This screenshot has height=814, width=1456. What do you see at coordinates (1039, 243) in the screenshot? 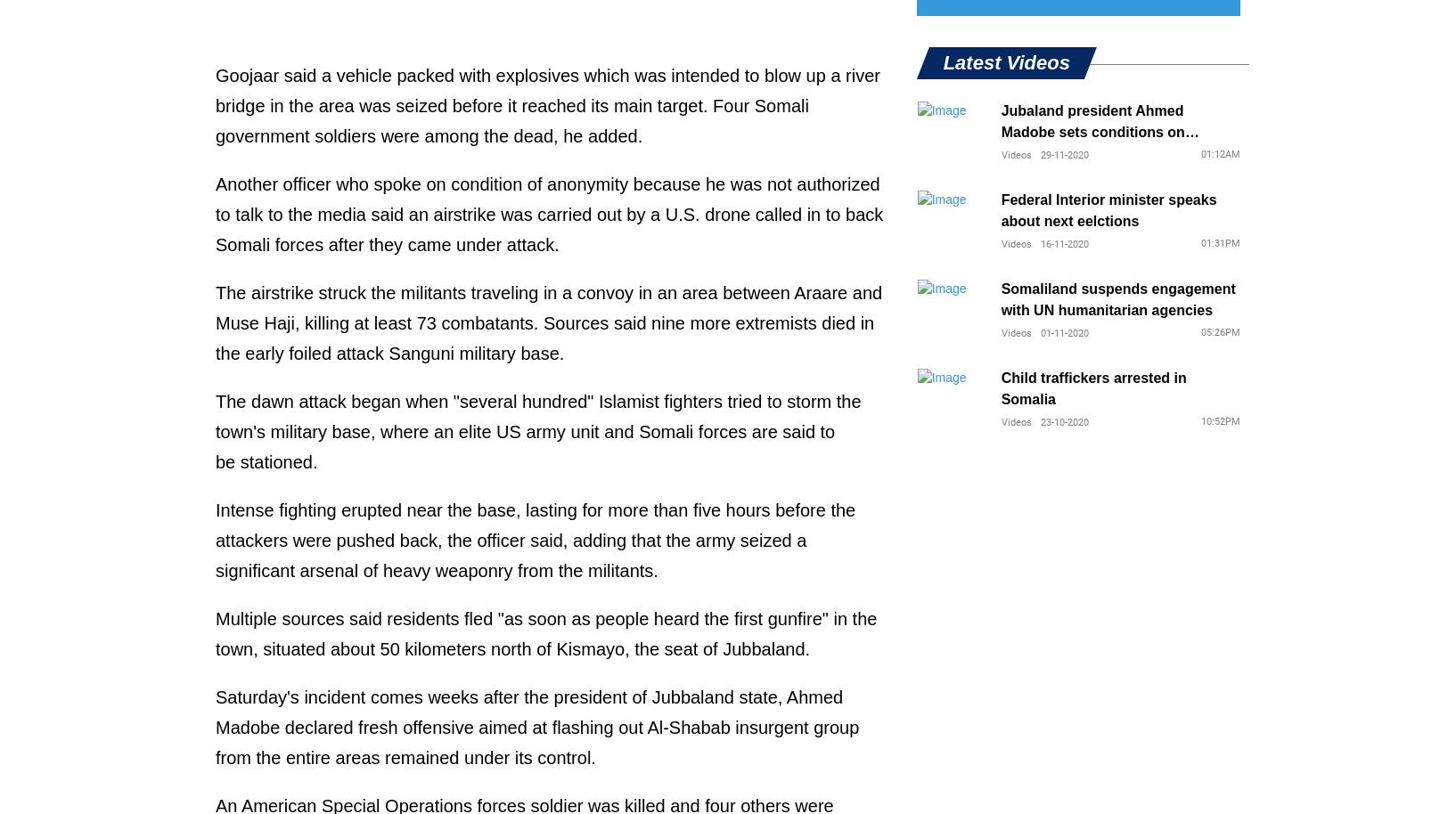
I see `'16-11-2020'` at bounding box center [1039, 243].